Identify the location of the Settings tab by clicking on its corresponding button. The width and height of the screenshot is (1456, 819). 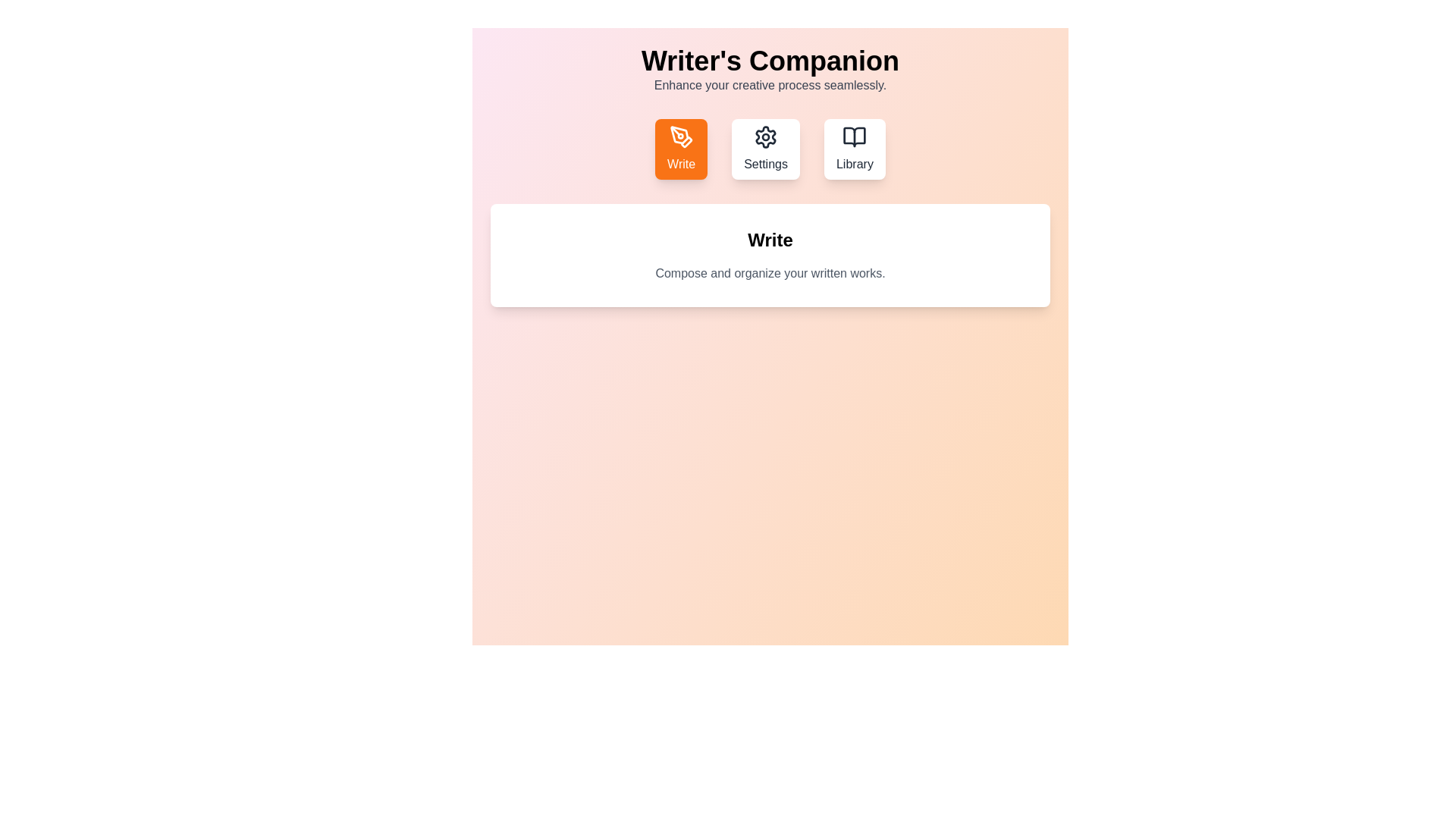
(766, 149).